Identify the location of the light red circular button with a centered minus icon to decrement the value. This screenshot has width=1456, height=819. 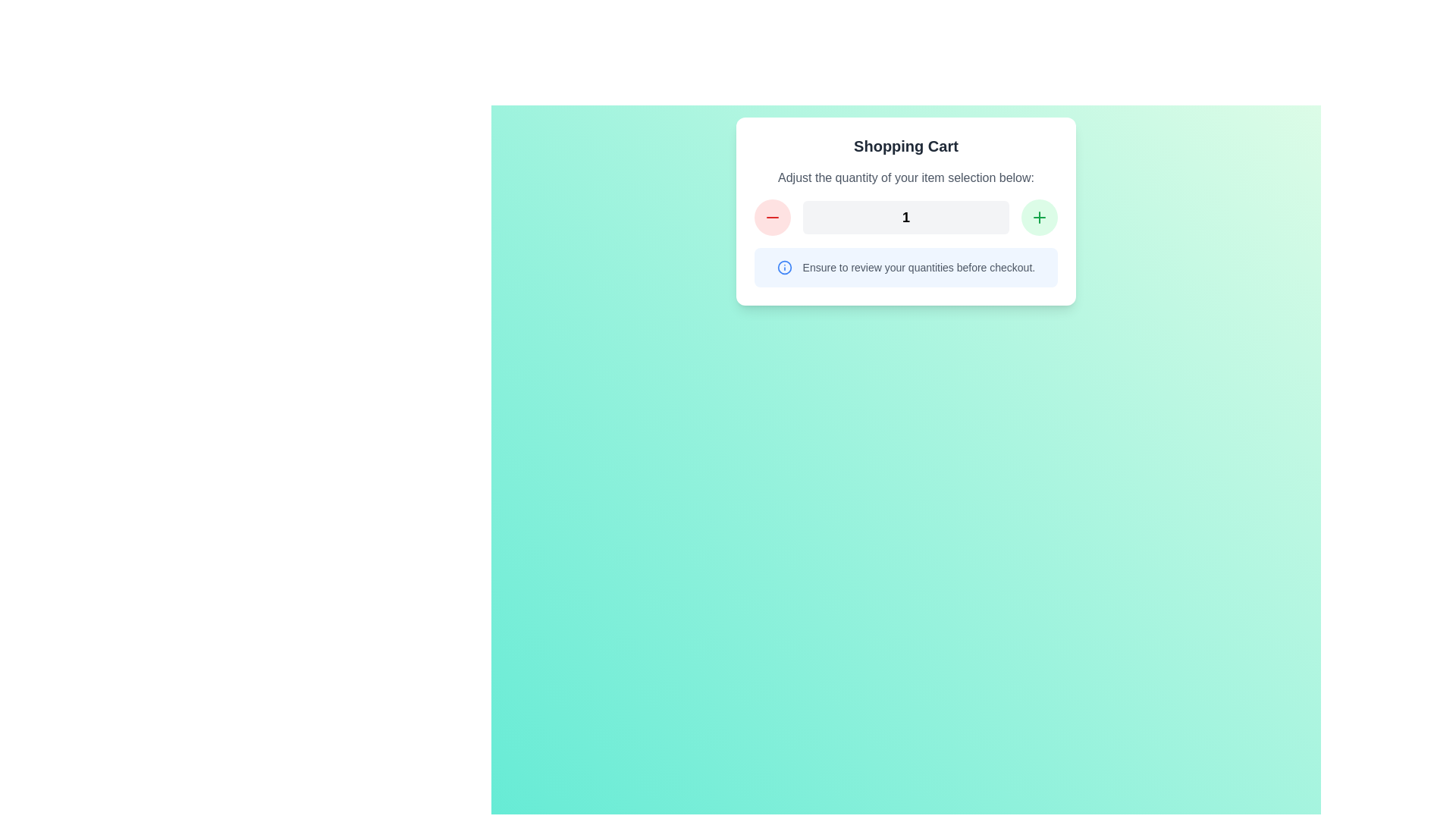
(772, 217).